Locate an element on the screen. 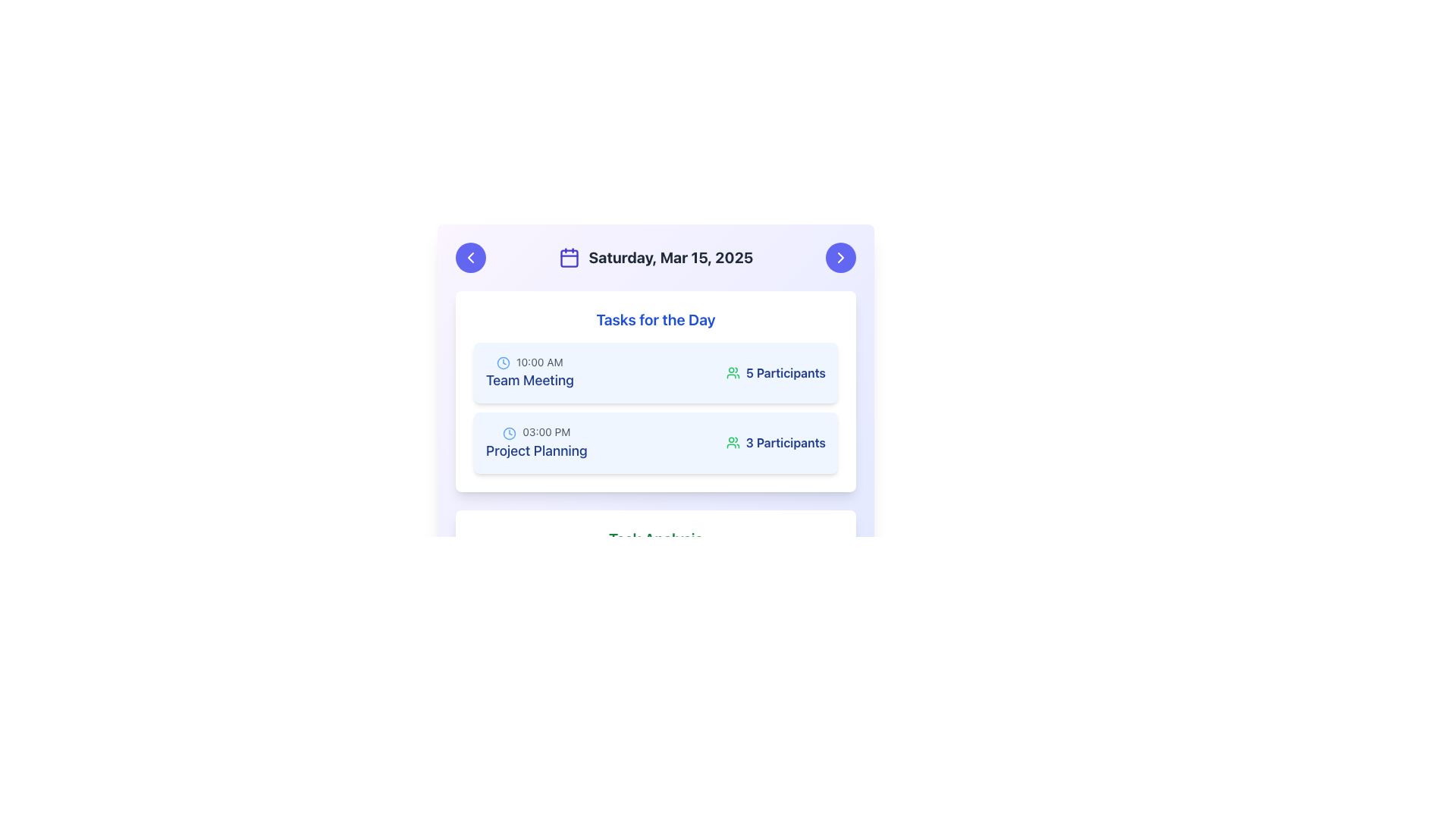 This screenshot has height=819, width=1456. text displayed in the Text Display with Icon located at the upper section of the interface, centered horizontally between two navigational arrows is located at coordinates (655, 256).